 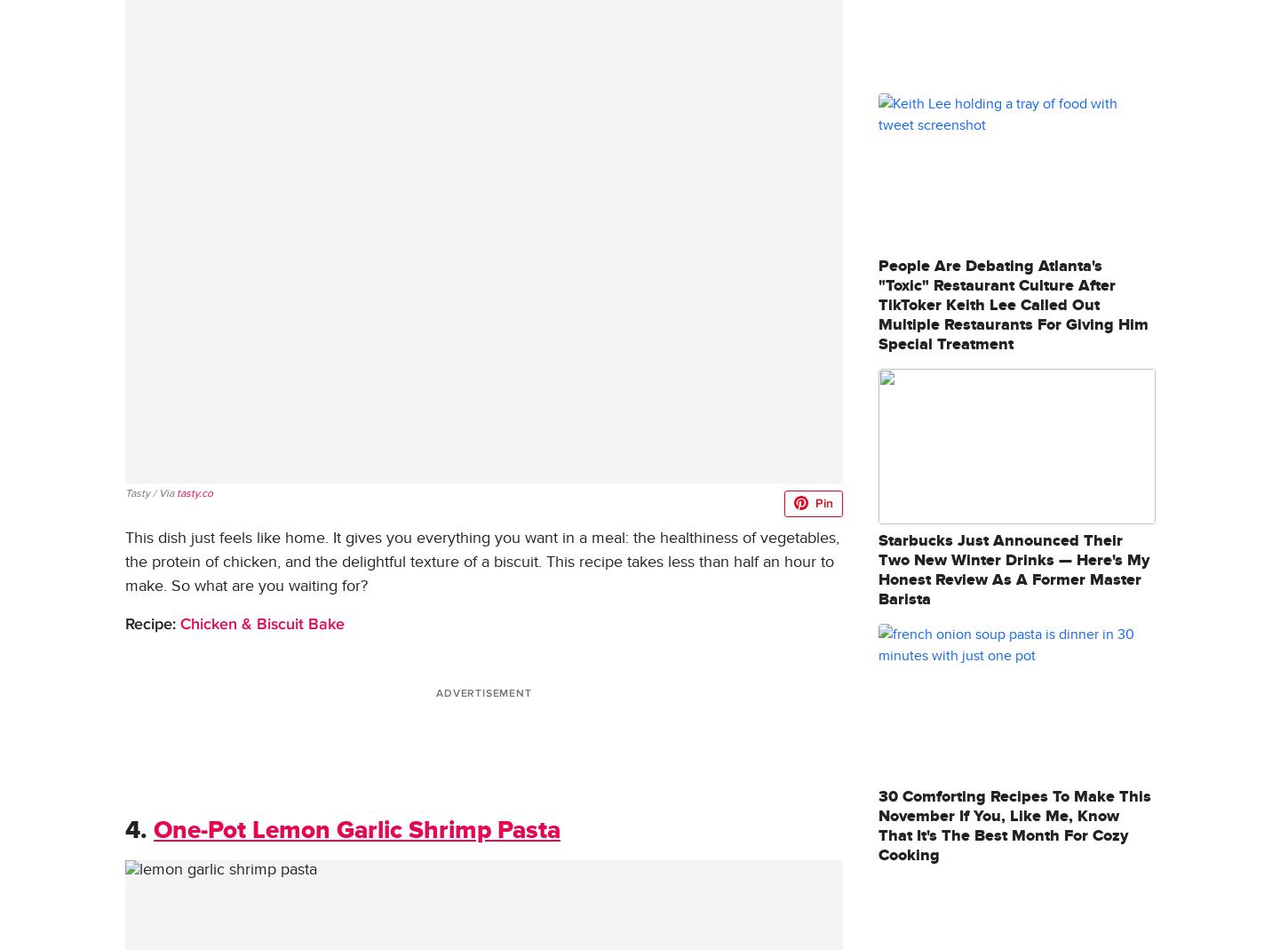 What do you see at coordinates (482, 561) in the screenshot?
I see `'This dish just feels like home. It gives you everything you want in a meal: the healthiness of vegetables, the protein of chicken, and the delightful texture of a biscuit. This recipe takes less than half an hour to make. So what are you waiting for?'` at bounding box center [482, 561].